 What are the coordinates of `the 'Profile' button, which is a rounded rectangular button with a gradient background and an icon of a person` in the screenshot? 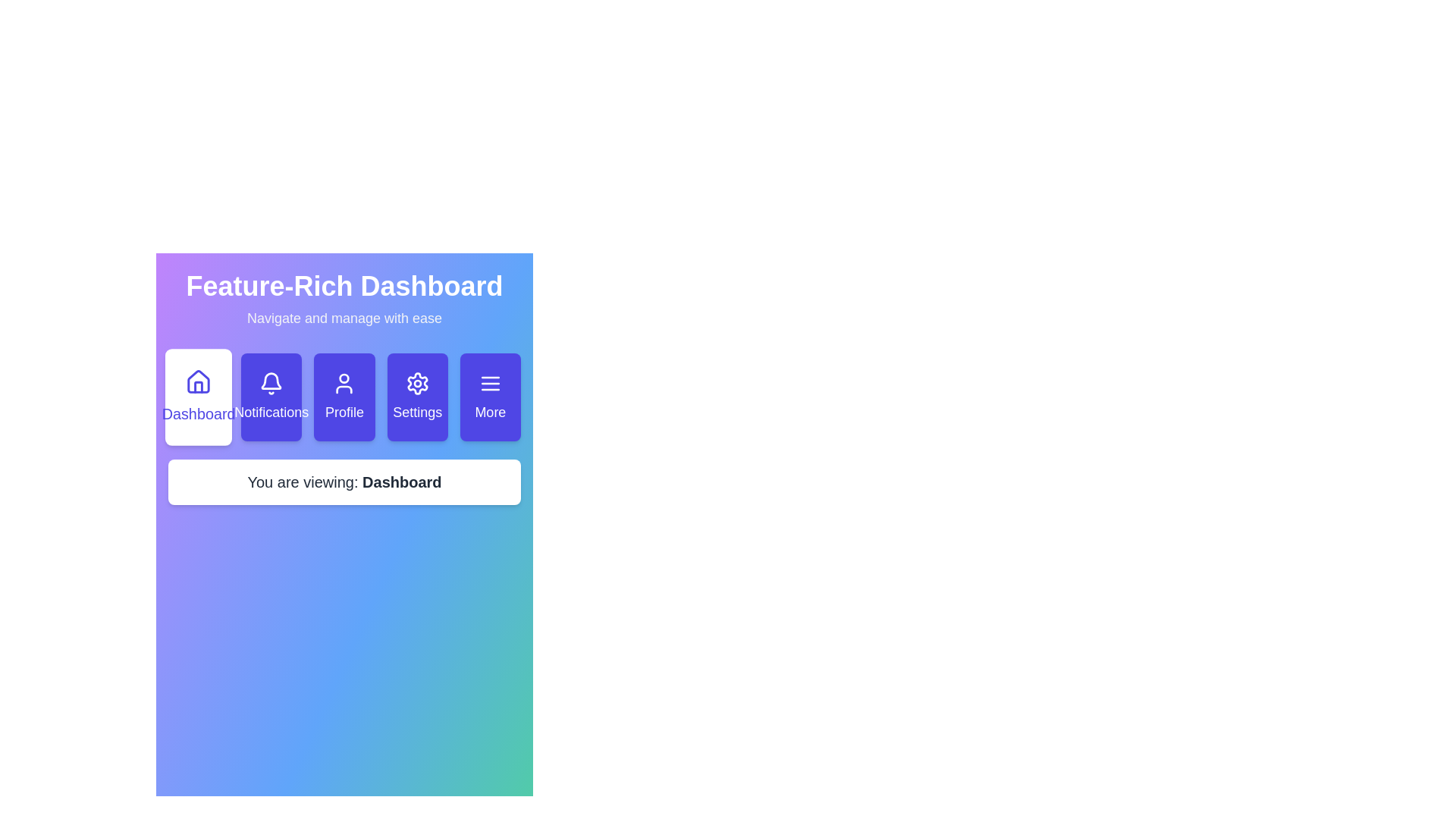 It's located at (344, 397).